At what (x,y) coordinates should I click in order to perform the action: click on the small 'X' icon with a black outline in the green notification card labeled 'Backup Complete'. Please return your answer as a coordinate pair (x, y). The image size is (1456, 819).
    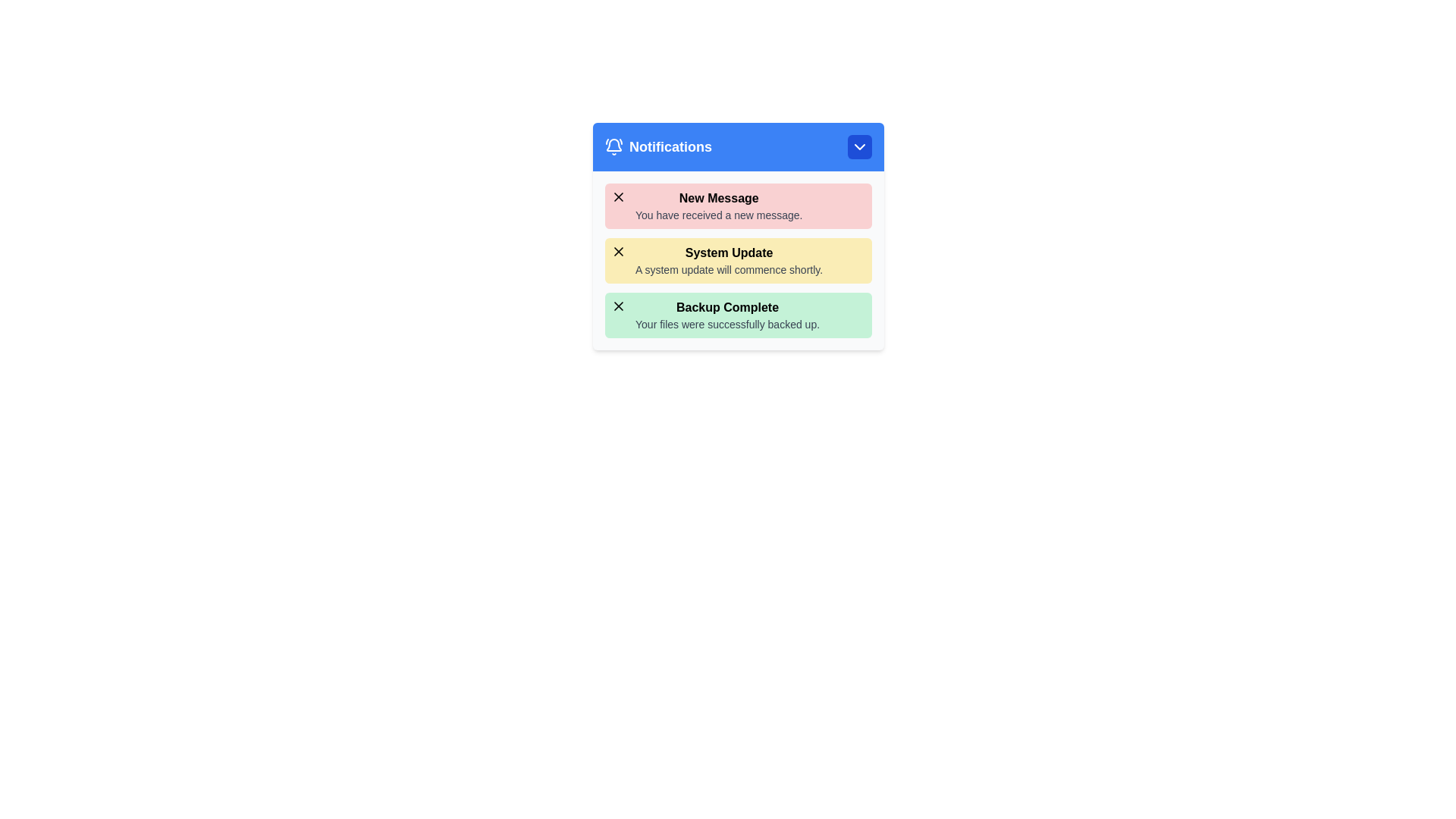
    Looking at the image, I should click on (619, 306).